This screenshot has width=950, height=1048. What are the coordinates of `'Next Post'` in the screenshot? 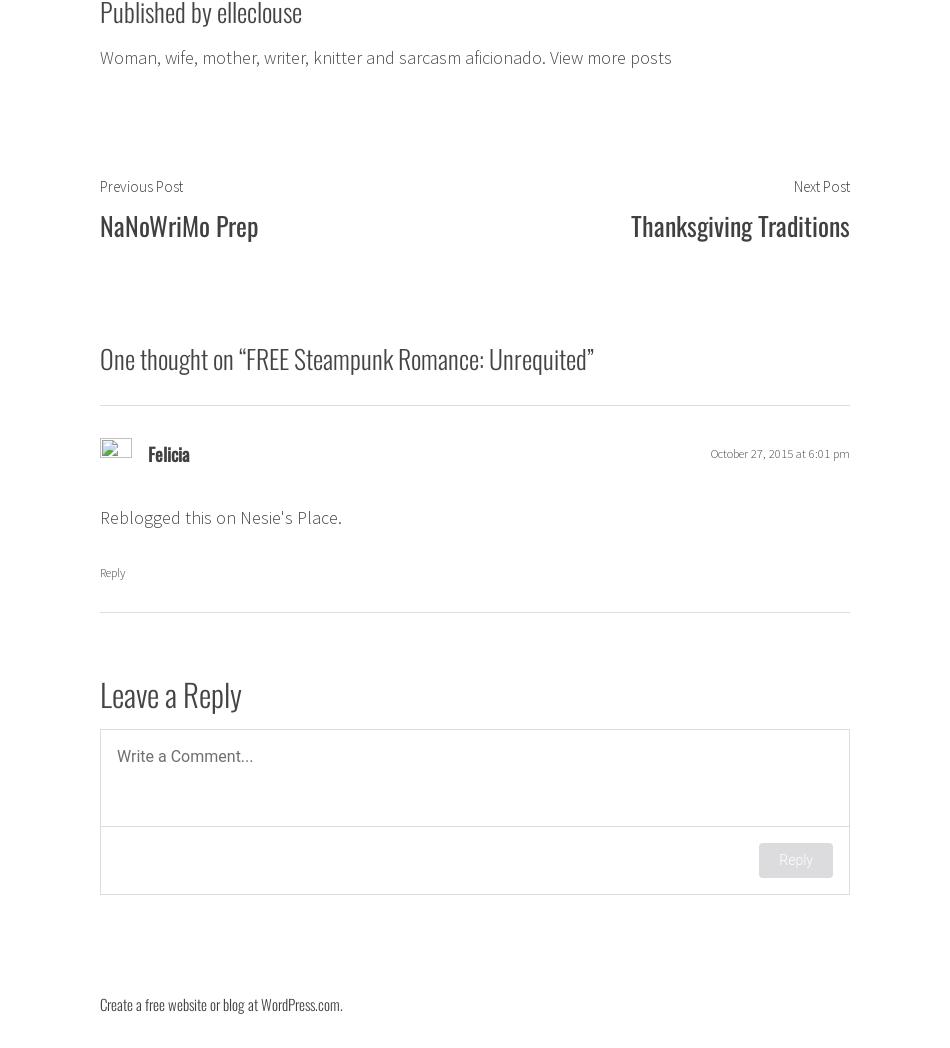 It's located at (821, 184).